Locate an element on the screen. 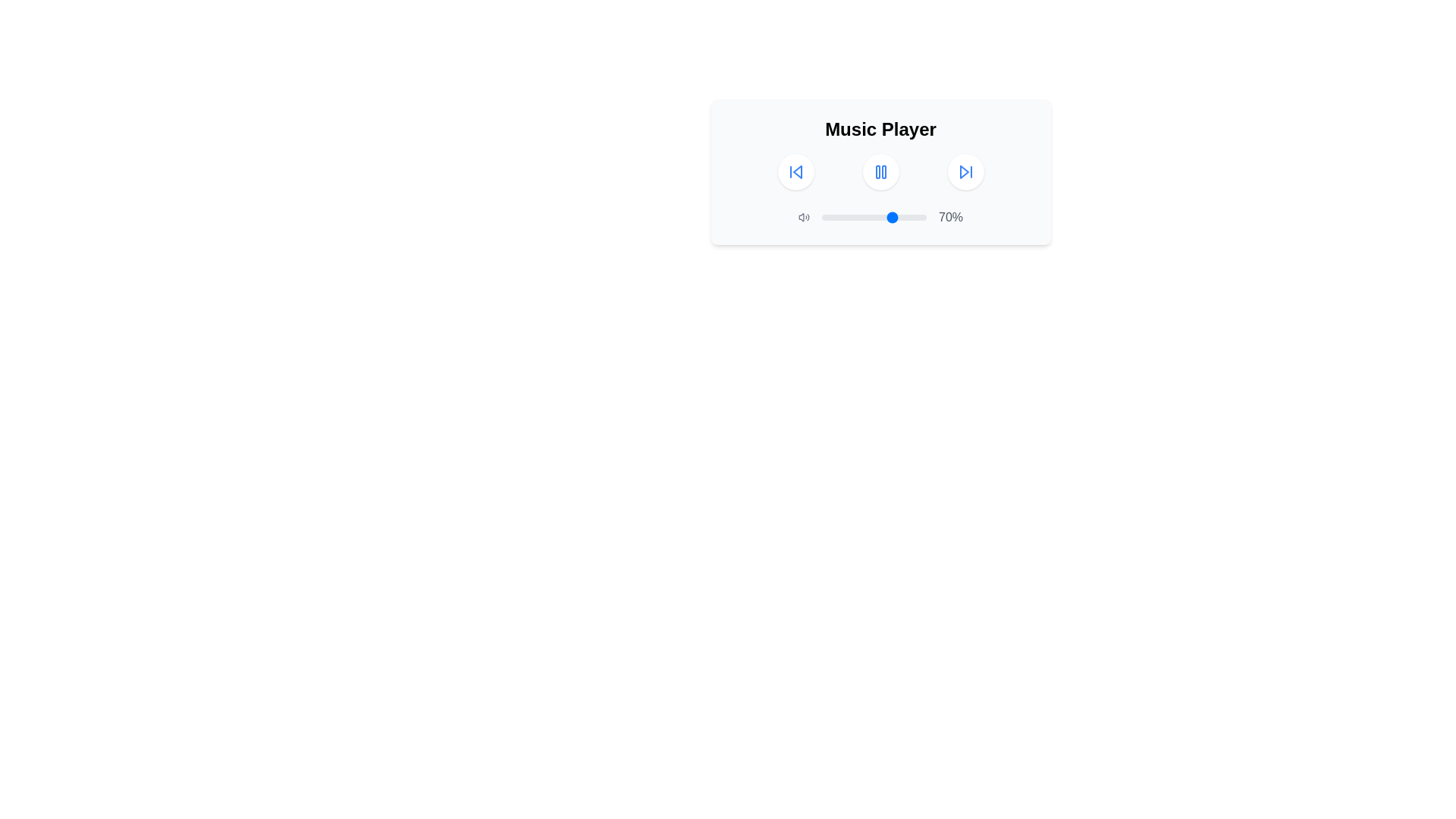 The image size is (1456, 819). the skip-backward button located in the top-middle area of the music player interface for accessibility purposes is located at coordinates (795, 171).